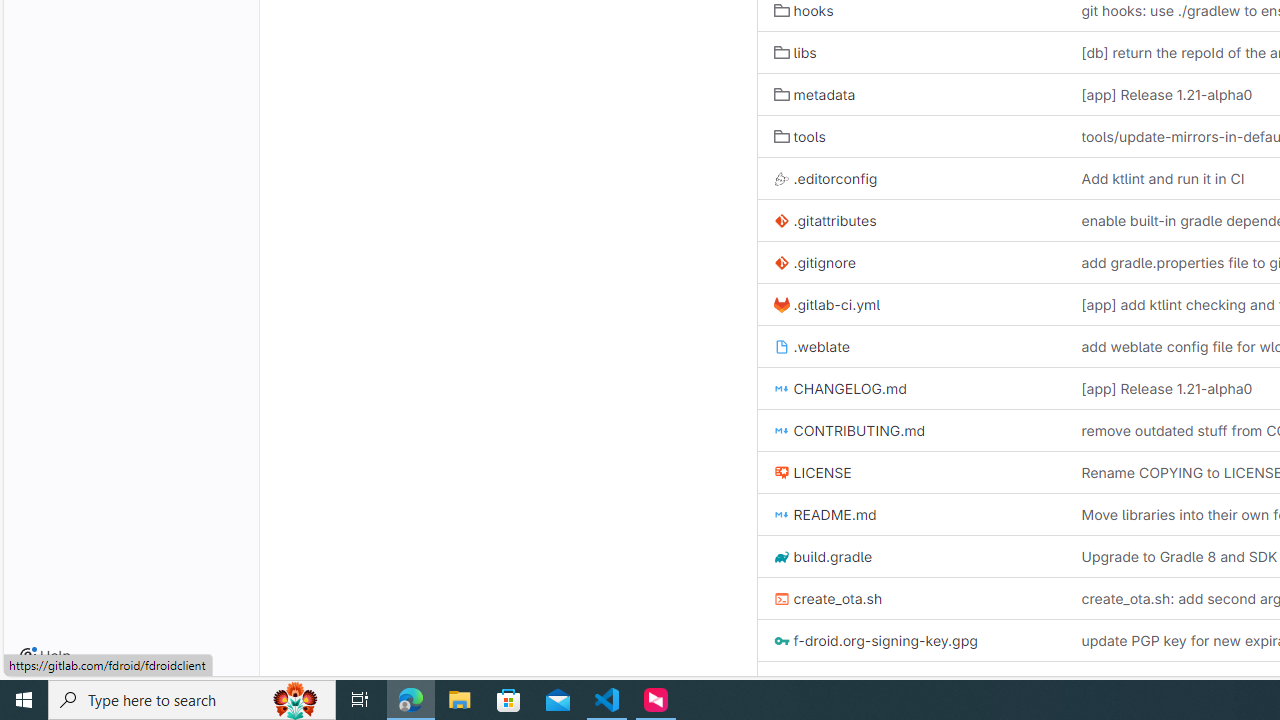  Describe the element at coordinates (811, 346) in the screenshot. I see `'.weblate'` at that location.